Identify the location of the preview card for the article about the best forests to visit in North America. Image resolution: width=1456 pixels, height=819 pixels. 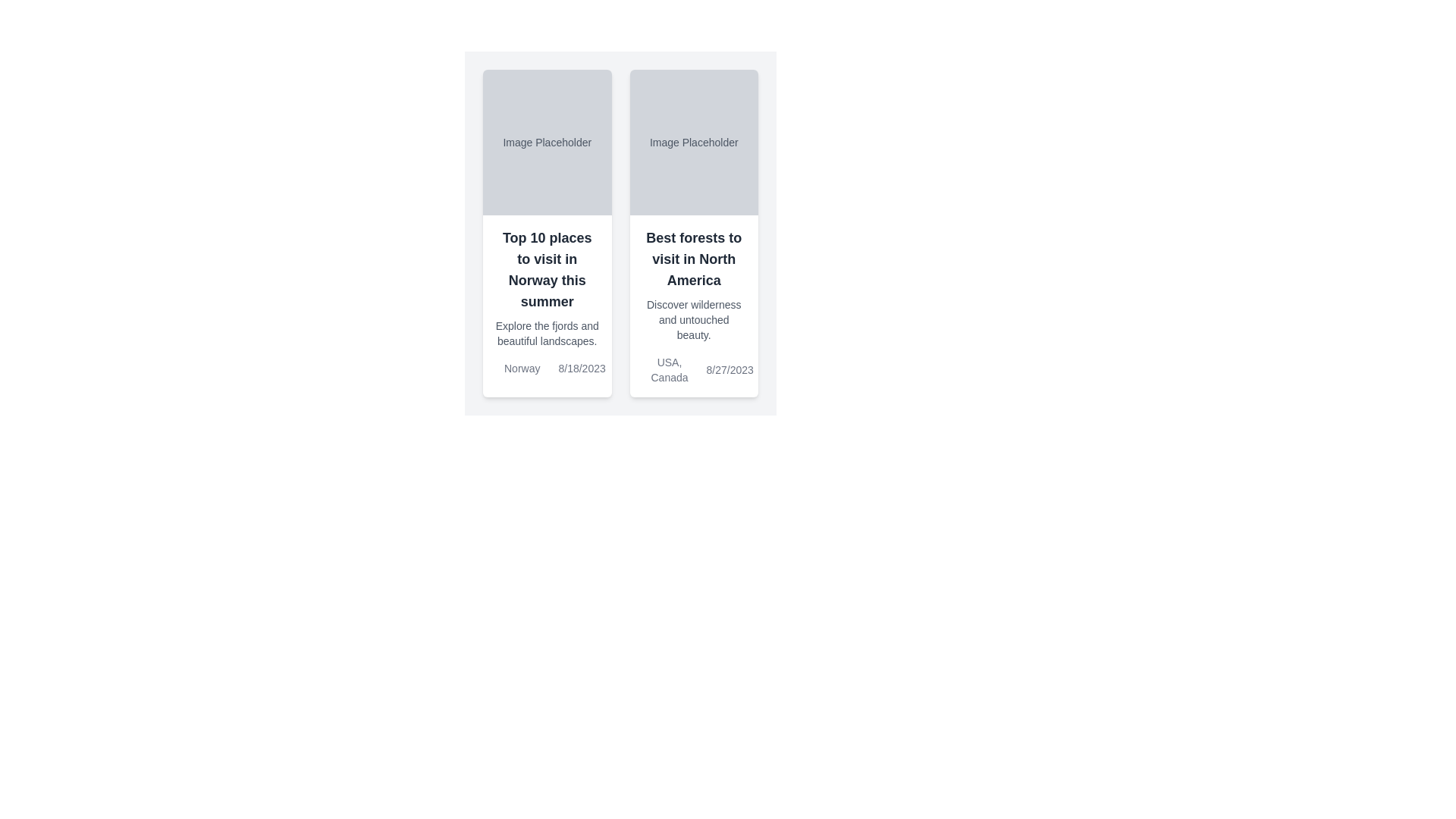
(693, 234).